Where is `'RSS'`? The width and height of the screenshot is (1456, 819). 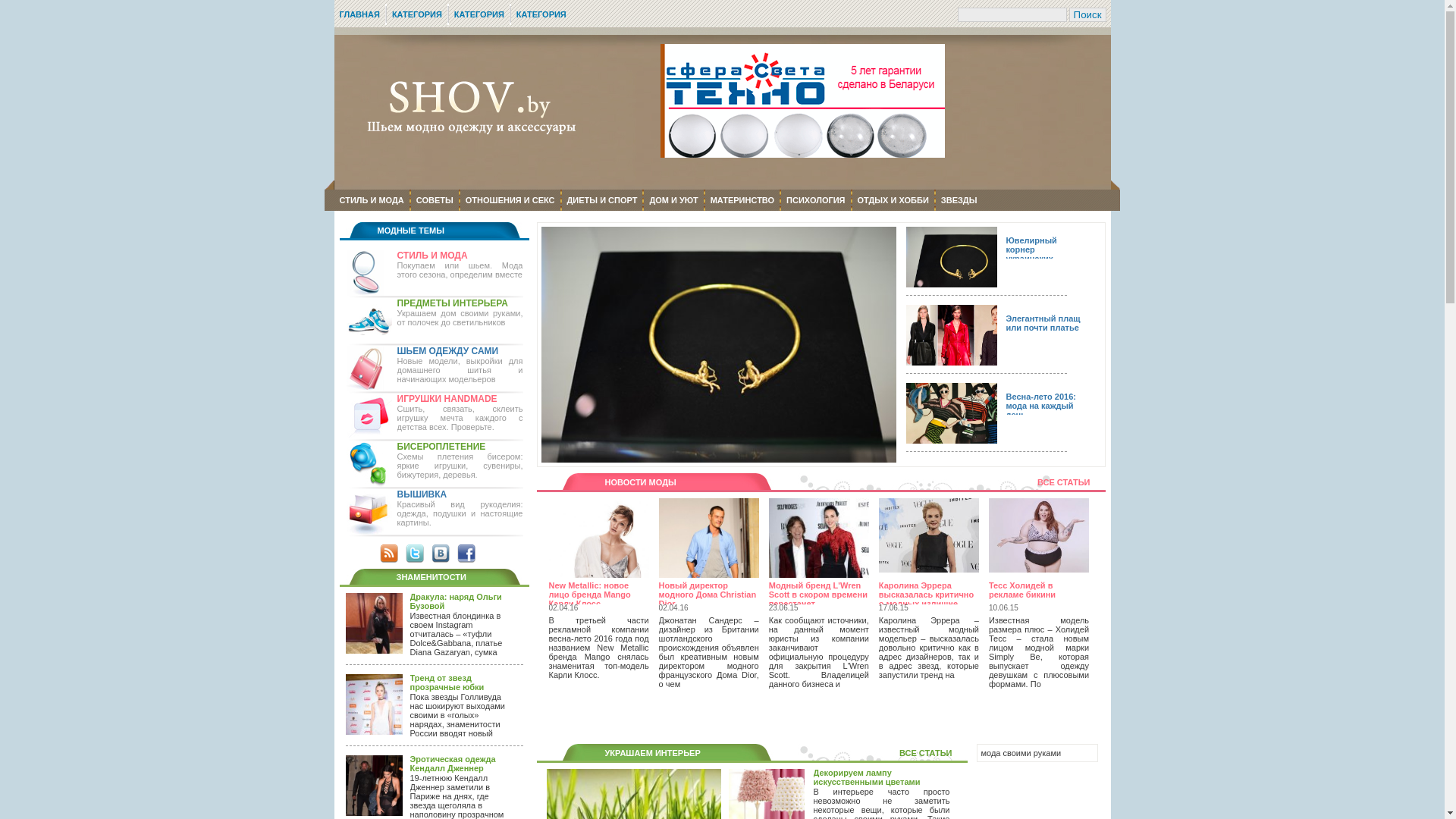 'RSS' is located at coordinates (388, 553).